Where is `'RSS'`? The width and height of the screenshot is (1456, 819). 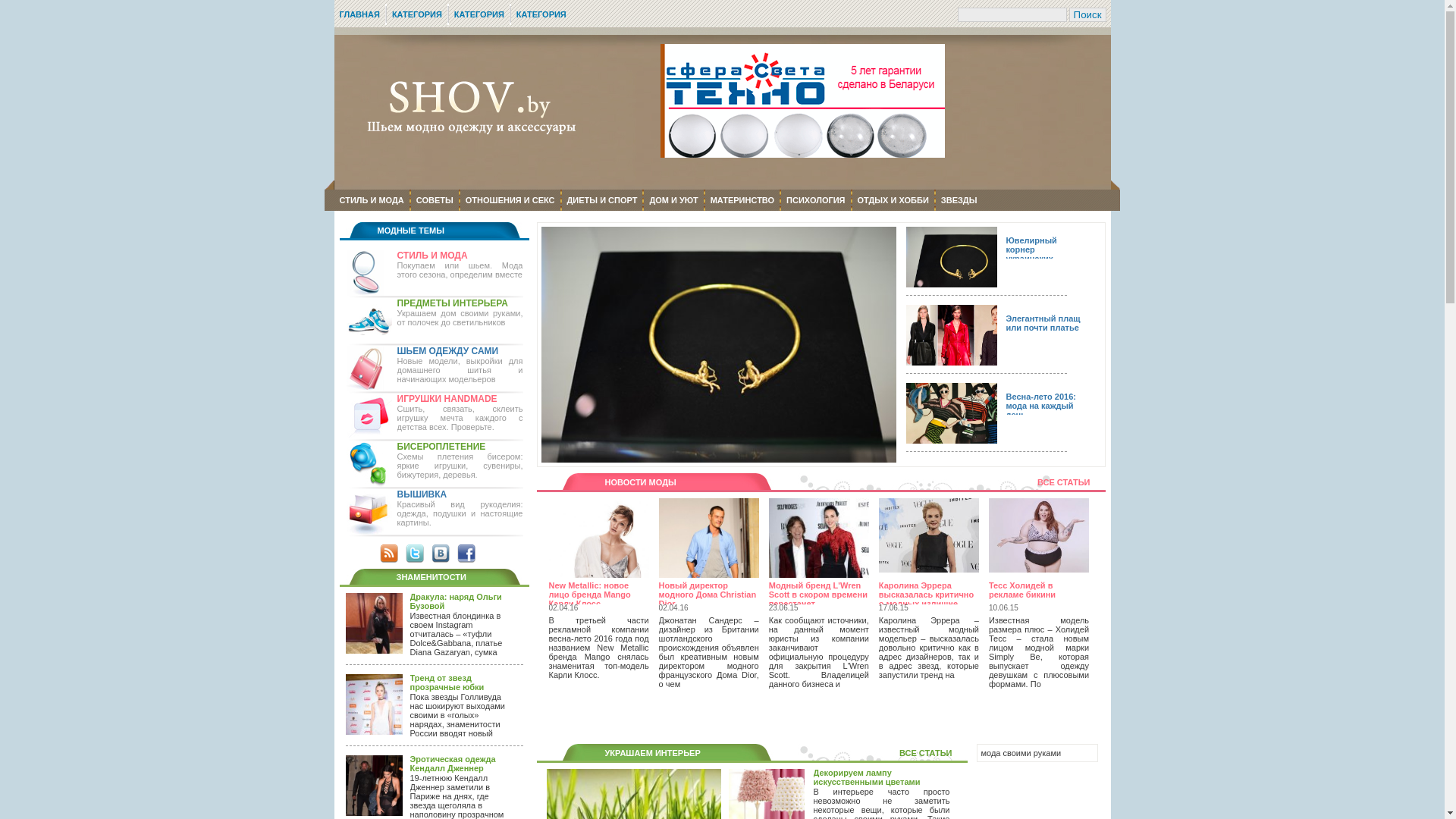 'RSS' is located at coordinates (388, 553).